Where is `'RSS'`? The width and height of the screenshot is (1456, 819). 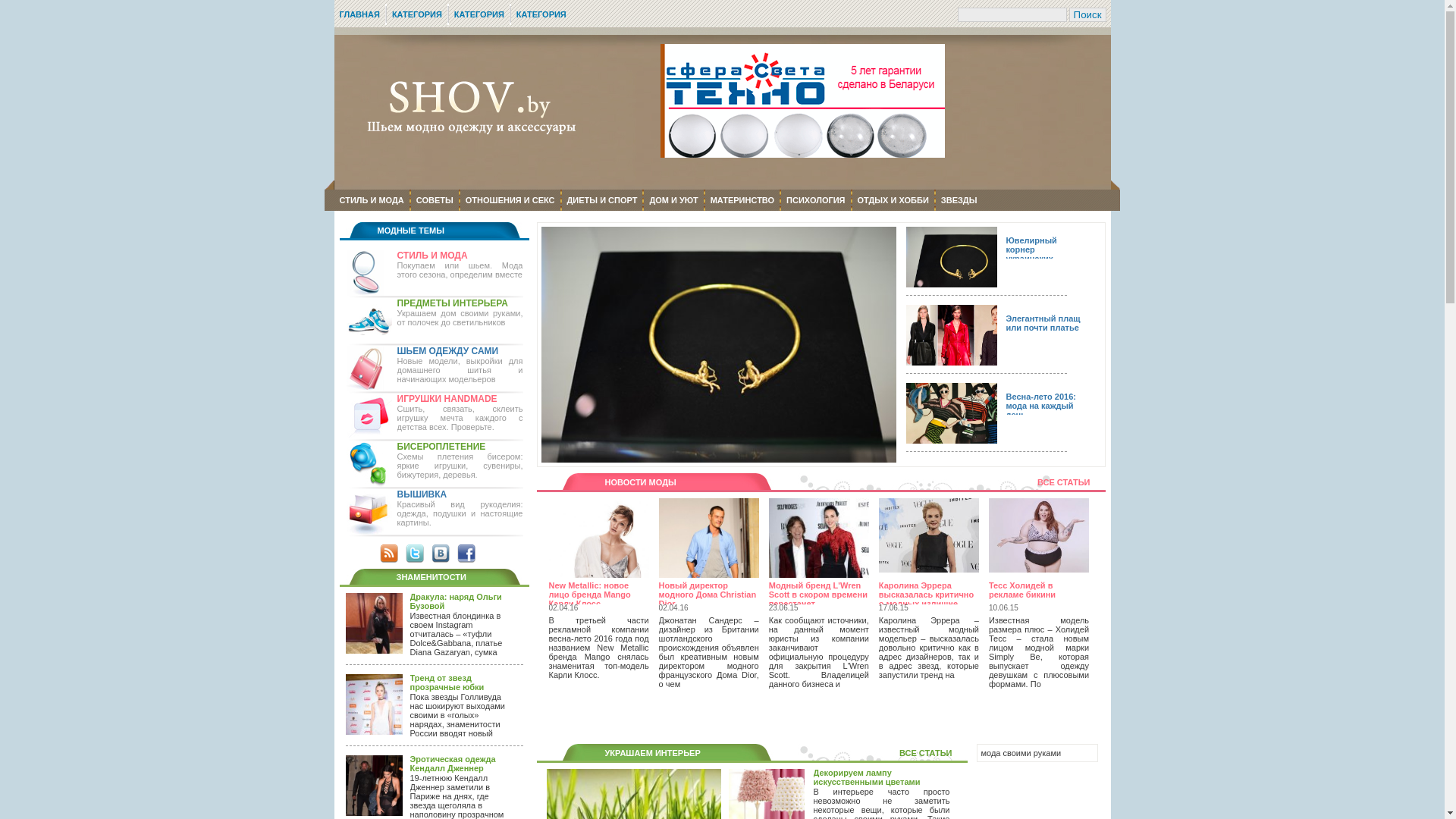 'RSS' is located at coordinates (388, 553).